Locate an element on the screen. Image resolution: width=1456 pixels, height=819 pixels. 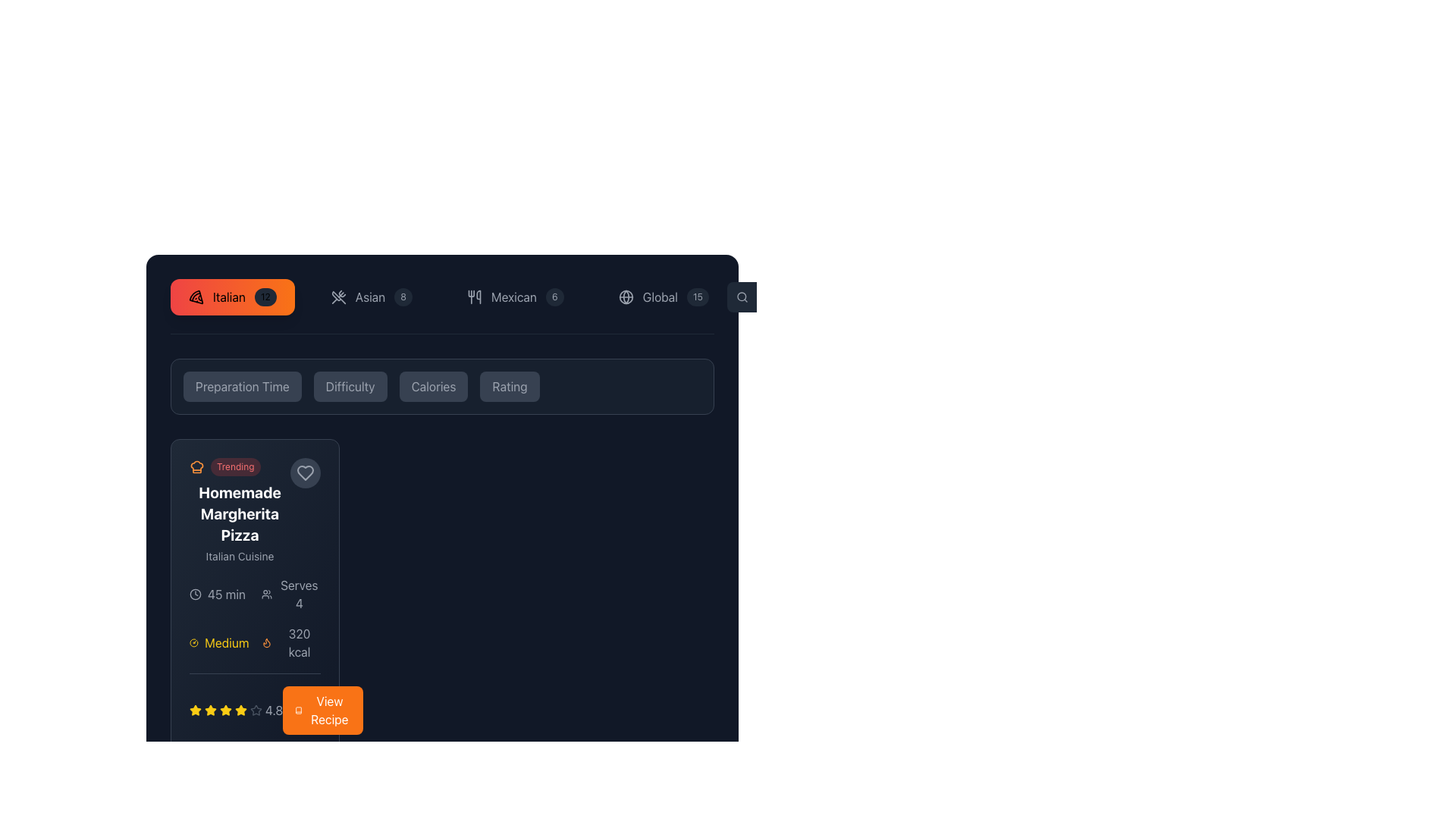
the yellow star icon used for rating the 'Homemade Margherita Pizza' is located at coordinates (195, 710).